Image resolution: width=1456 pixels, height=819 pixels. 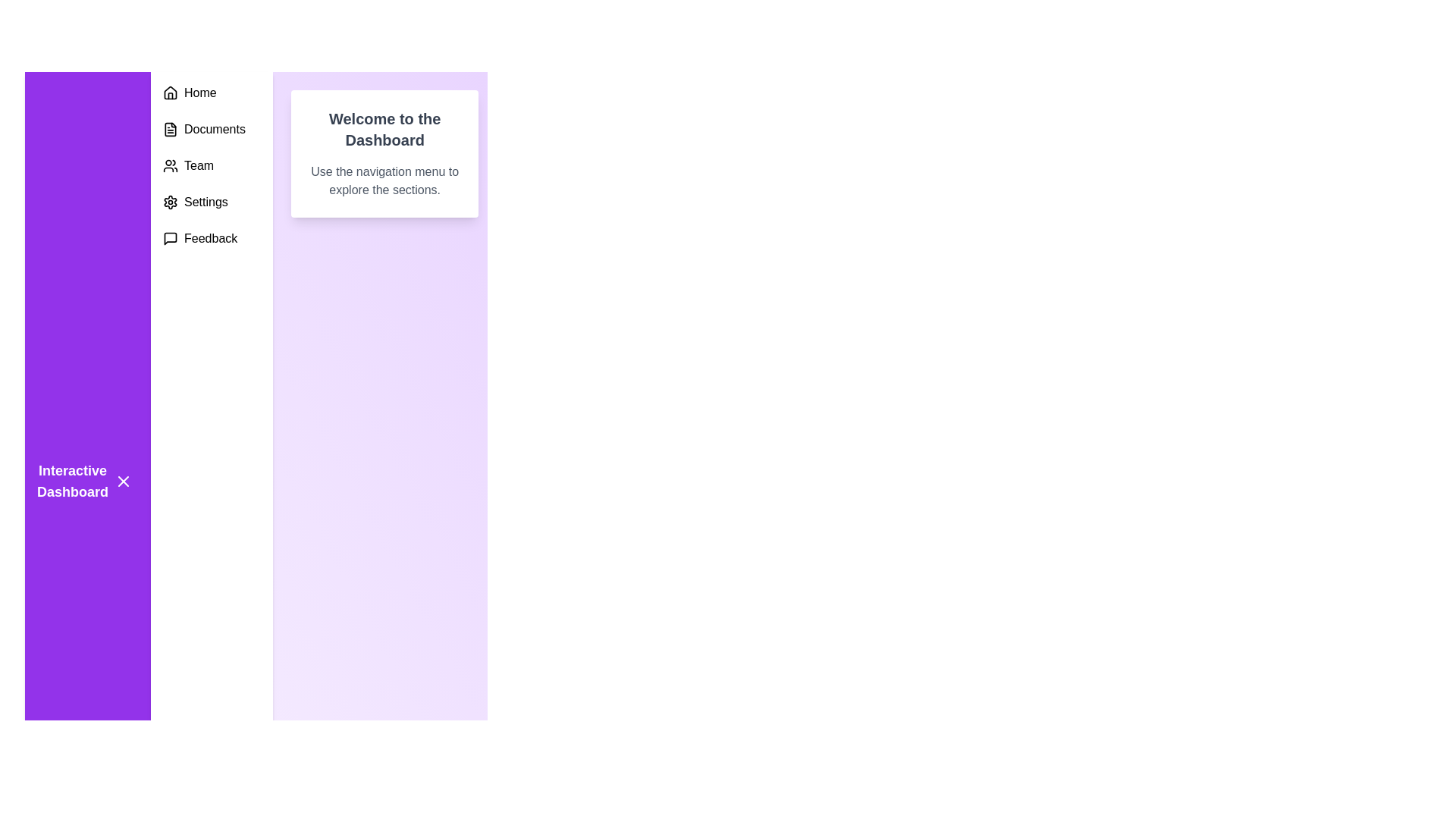 What do you see at coordinates (211, 93) in the screenshot?
I see `the 'Home' navigation menu item icon, which resembles a house` at bounding box center [211, 93].